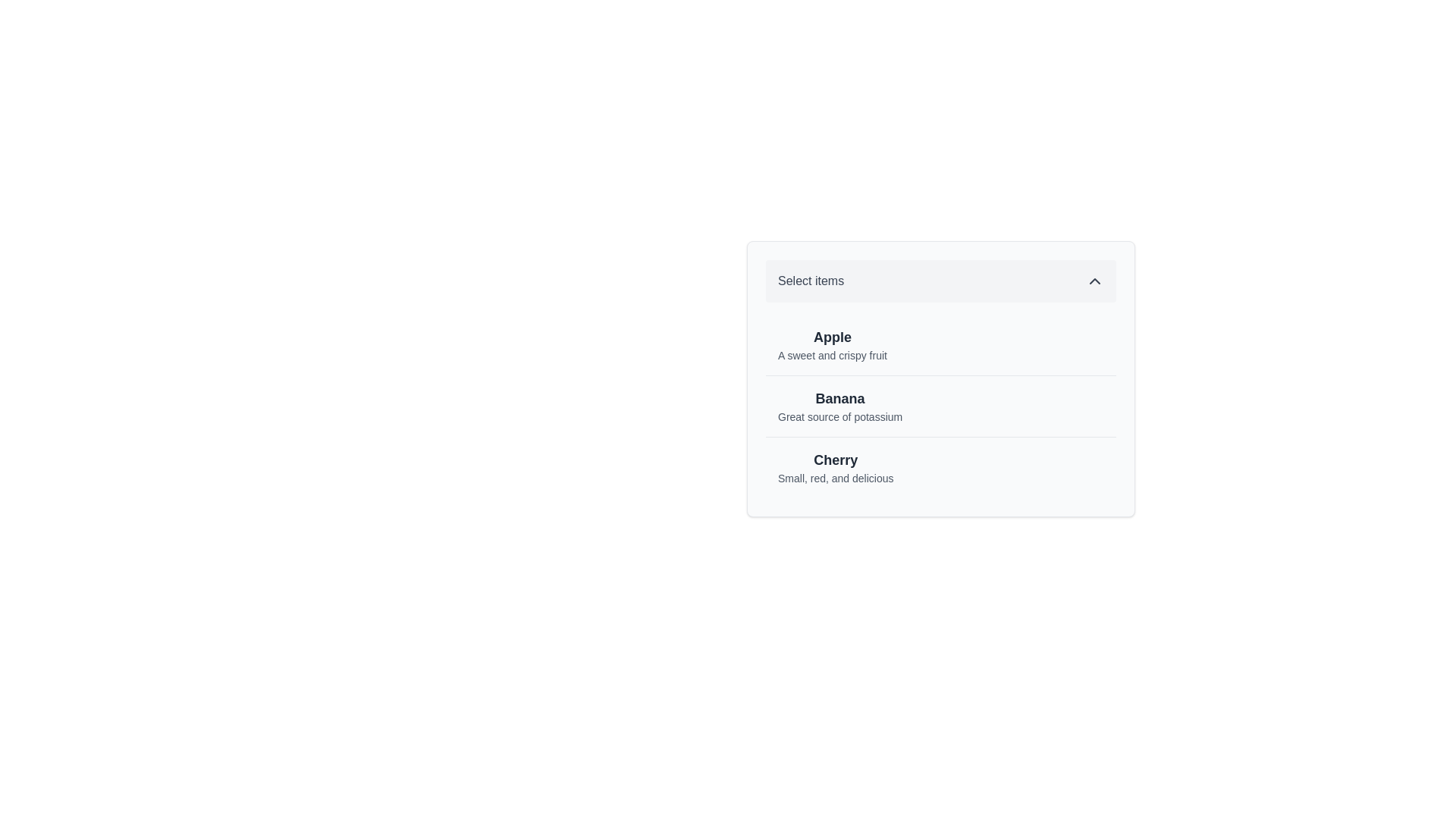 This screenshot has height=819, width=1456. Describe the element at coordinates (835, 479) in the screenshot. I see `the text label styled in small gray font that contains the phrase 'Small, red, and delicious', located below 'Cherry' in the dropdown menu` at that location.